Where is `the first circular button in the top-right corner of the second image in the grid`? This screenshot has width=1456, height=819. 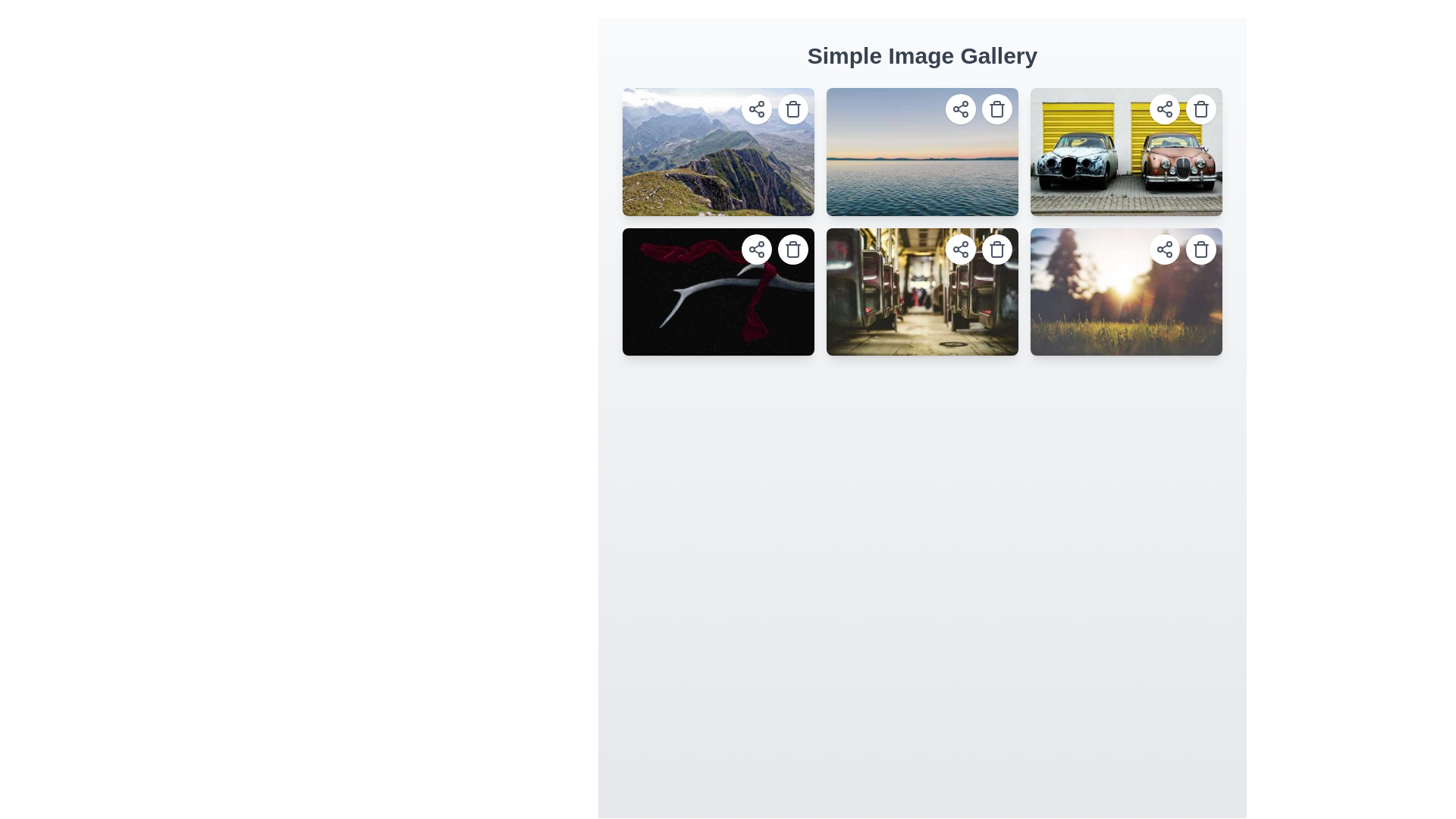
the first circular button in the top-right corner of the second image in the grid is located at coordinates (960, 108).